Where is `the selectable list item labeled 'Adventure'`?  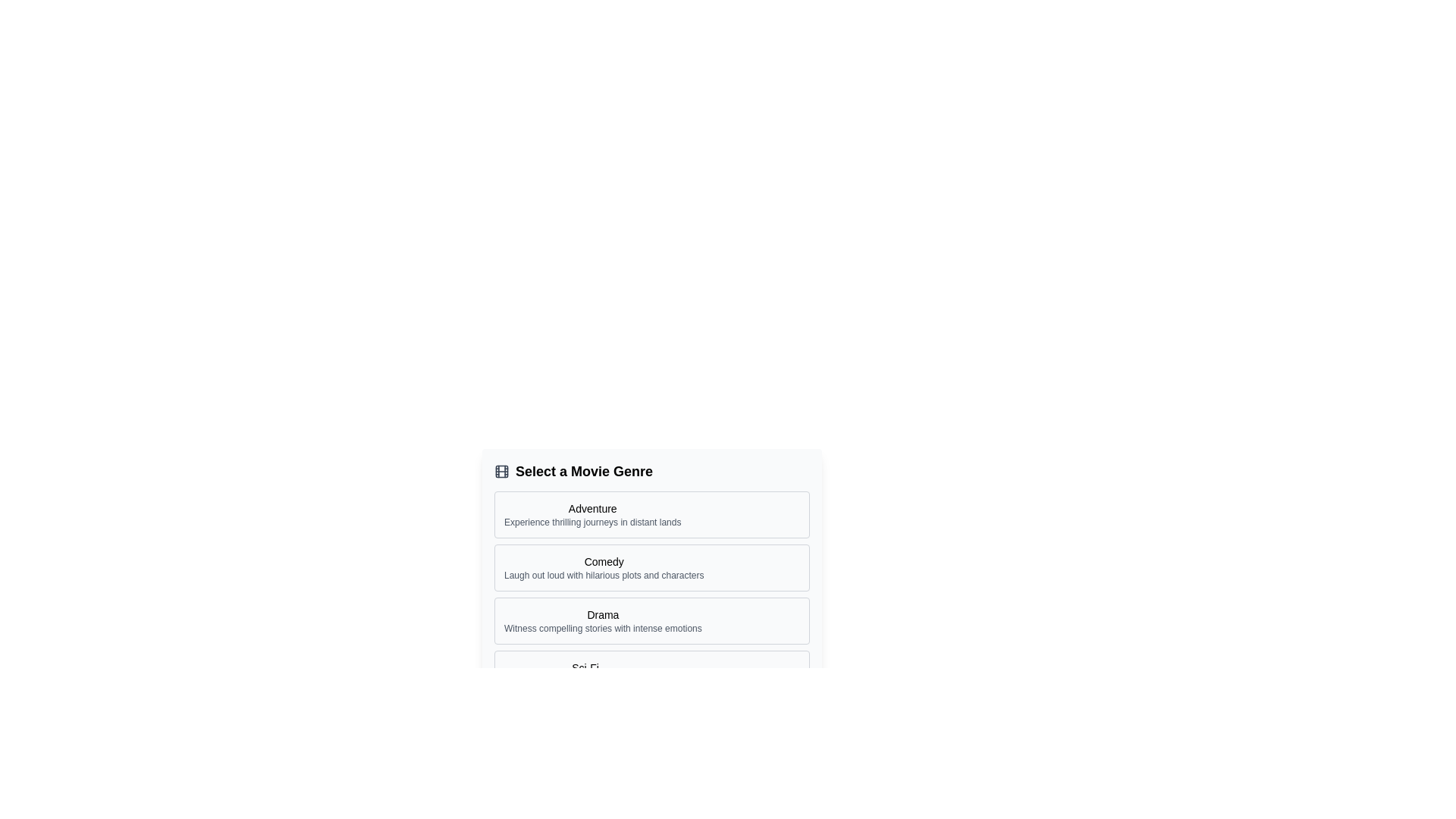
the selectable list item labeled 'Adventure' is located at coordinates (651, 513).